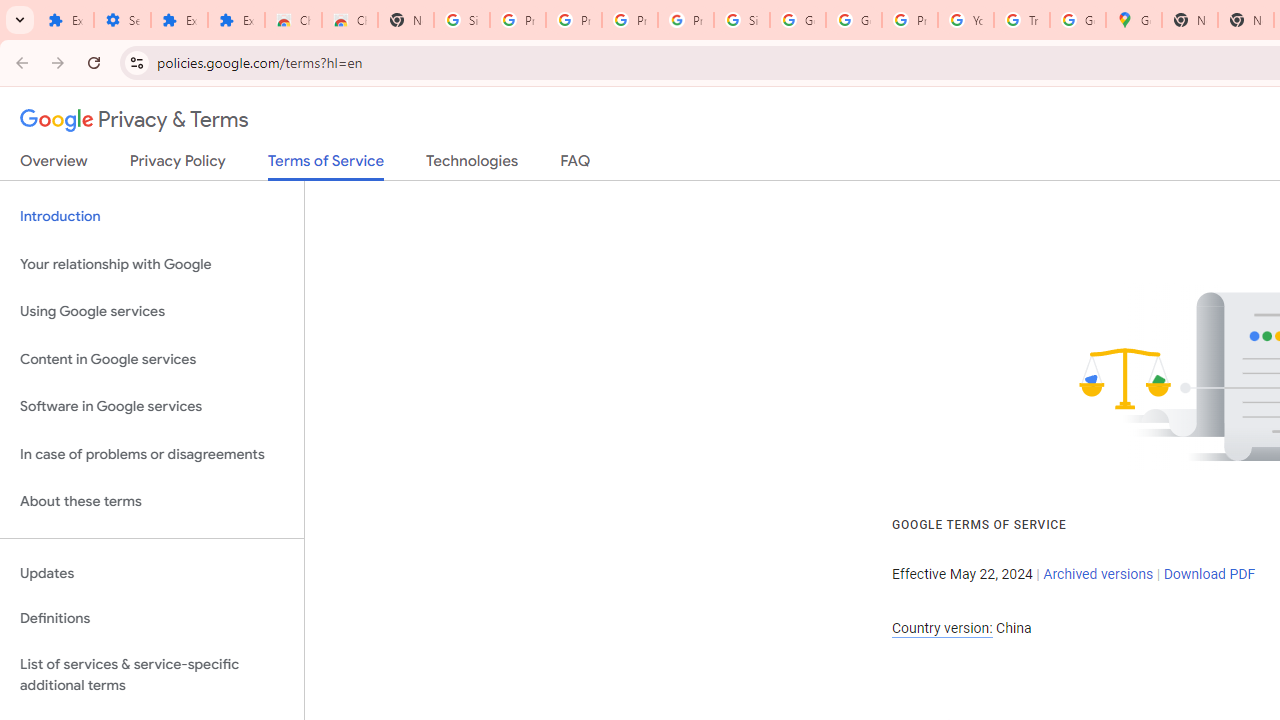  I want to click on 'Archived versions', so click(1097, 574).